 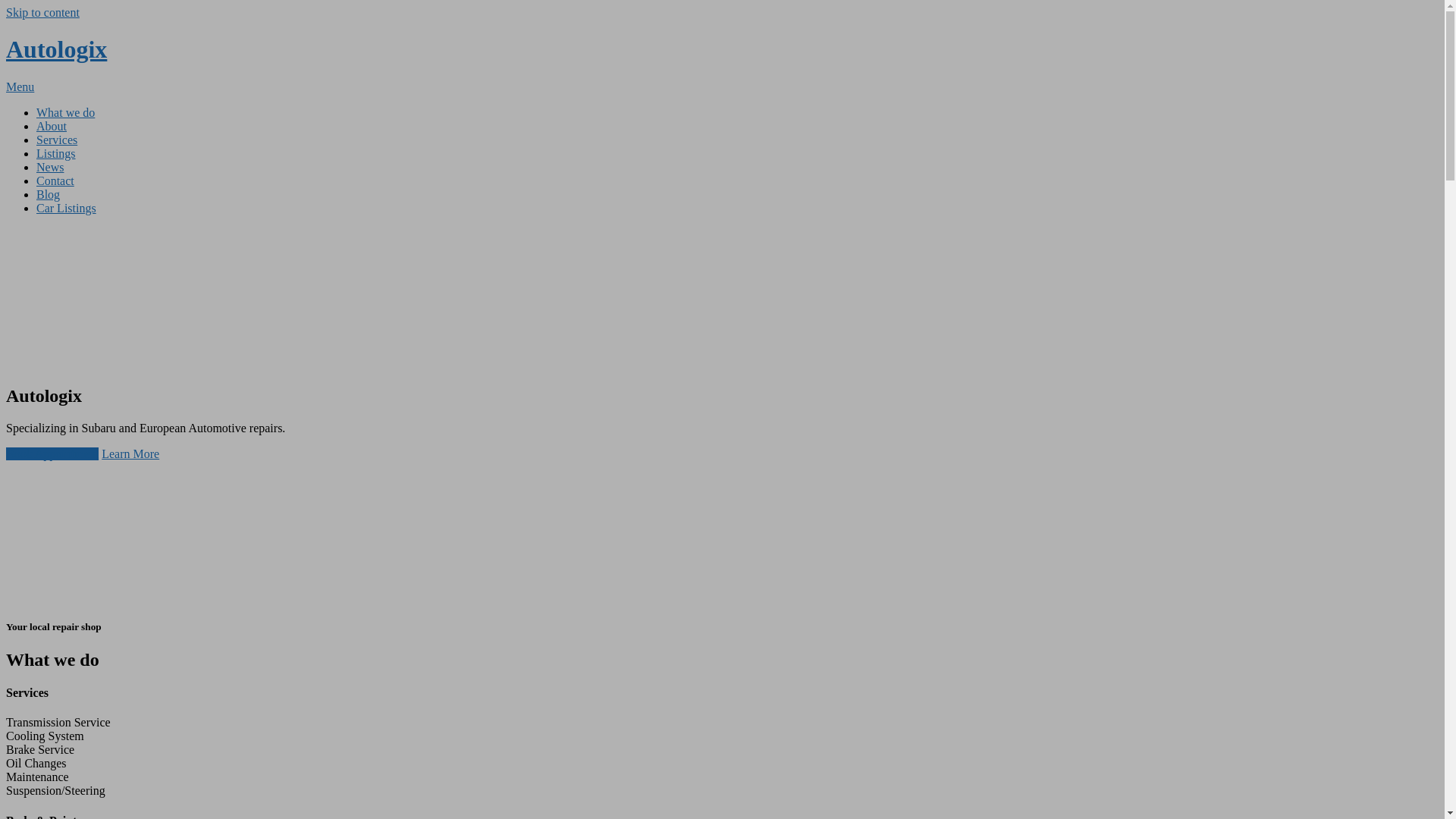 What do you see at coordinates (64, 111) in the screenshot?
I see `'What we do'` at bounding box center [64, 111].